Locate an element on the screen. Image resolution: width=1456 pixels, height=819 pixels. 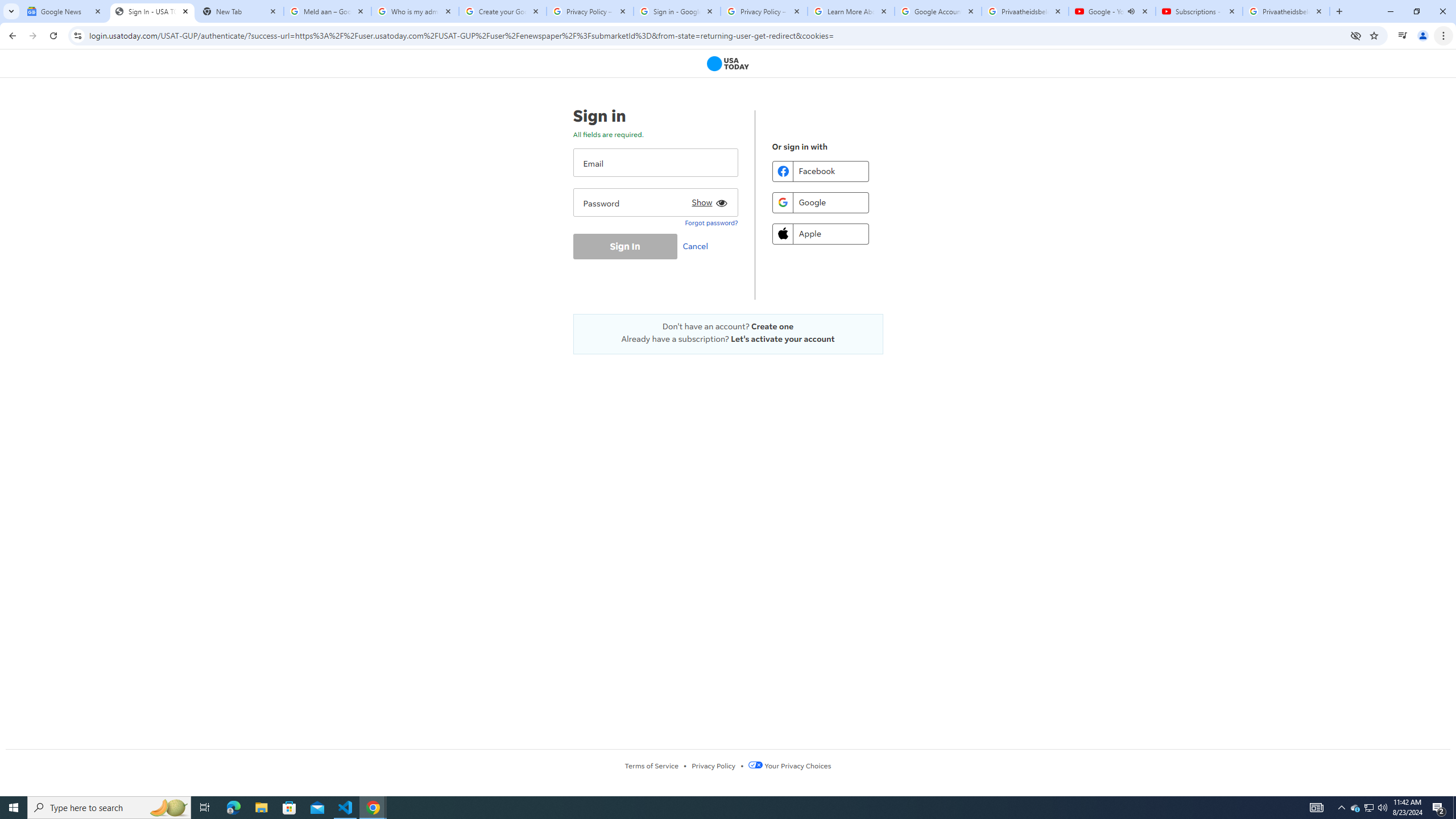
'Sign in - Google Accounts' is located at coordinates (677, 11).